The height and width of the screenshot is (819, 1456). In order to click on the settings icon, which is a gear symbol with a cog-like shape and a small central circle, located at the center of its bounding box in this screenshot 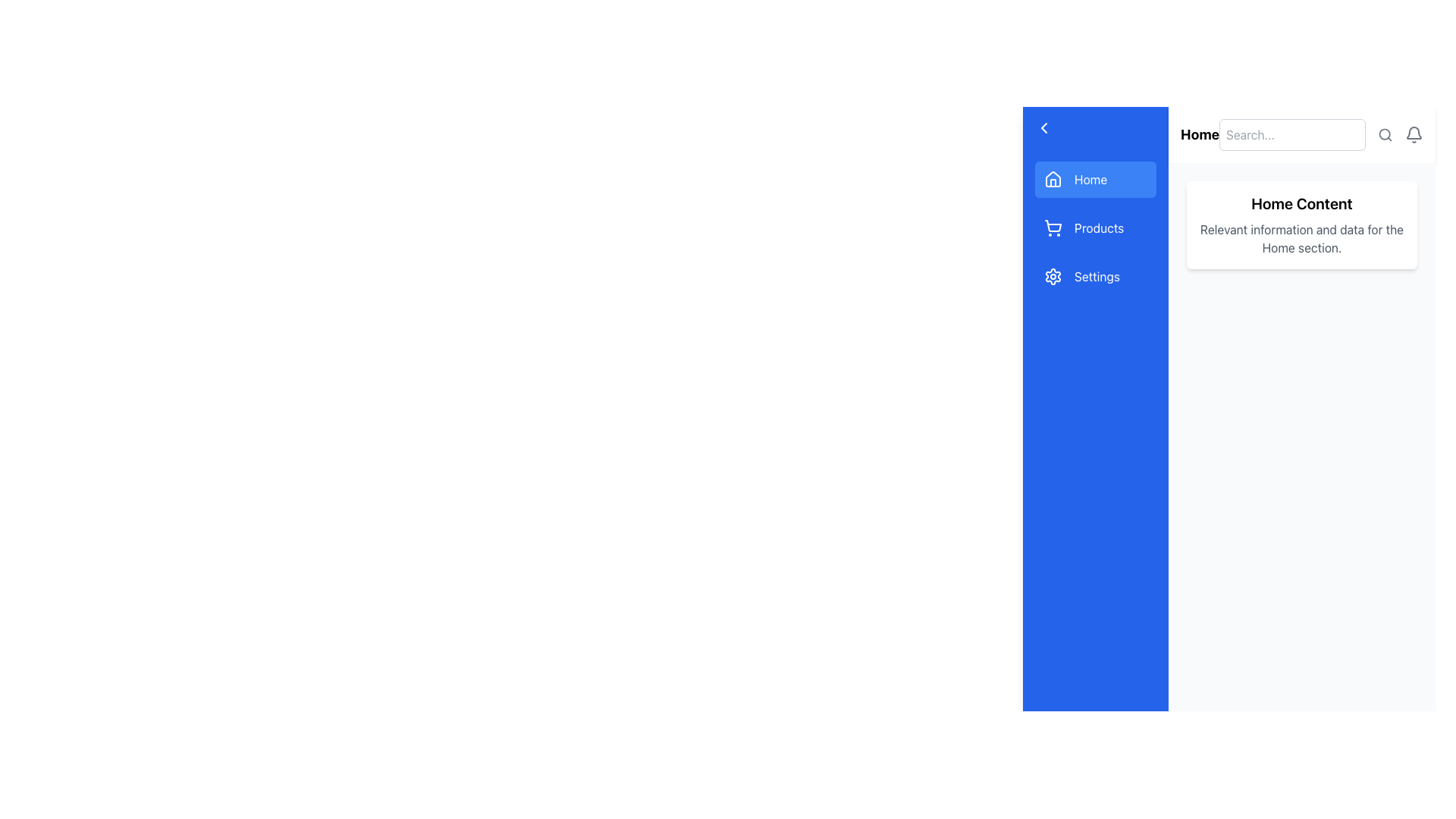, I will do `click(1052, 277)`.